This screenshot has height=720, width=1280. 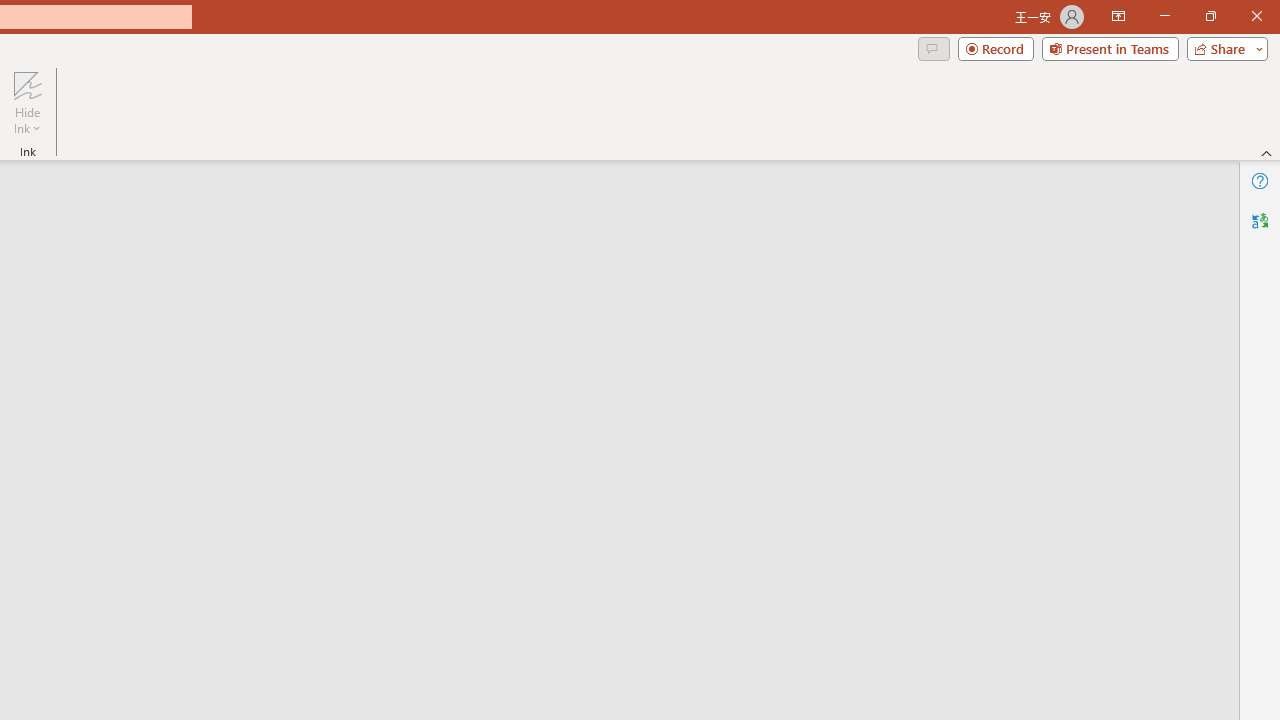 What do you see at coordinates (27, 103) in the screenshot?
I see `'Hide Ink'` at bounding box center [27, 103].